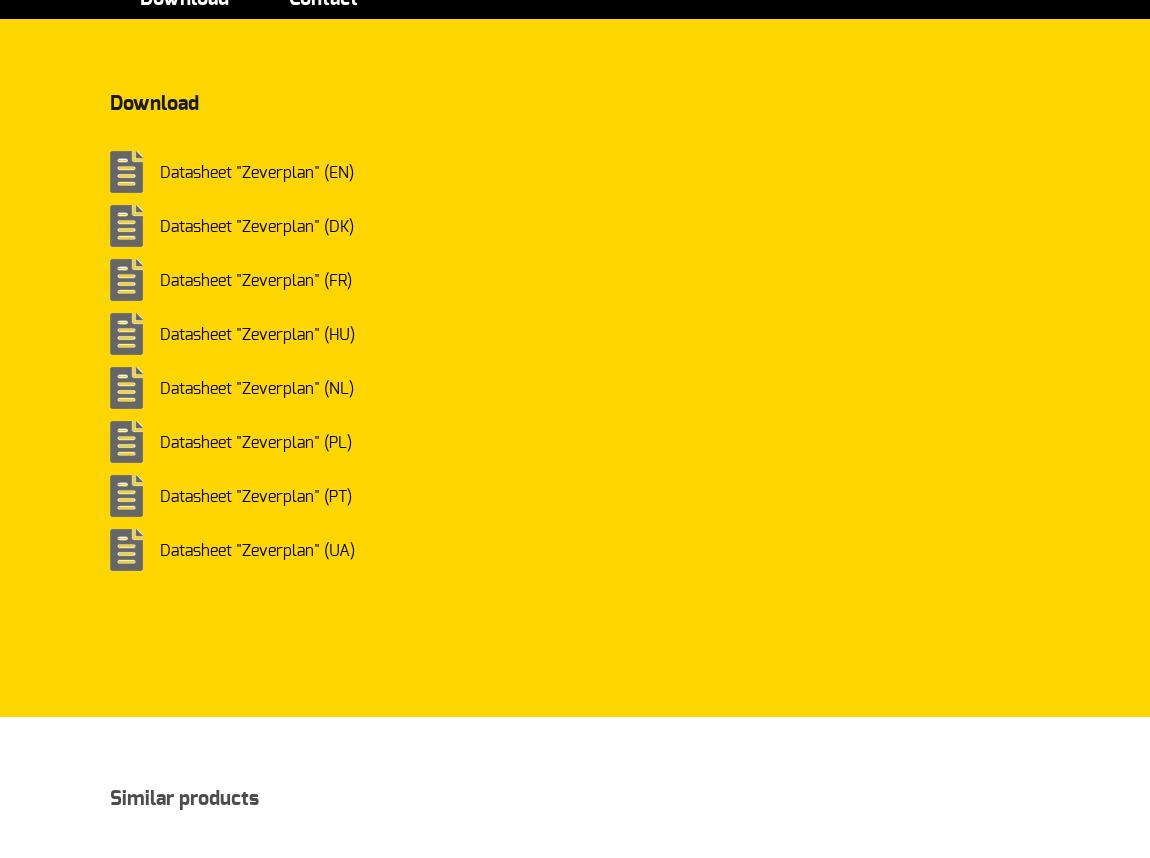  Describe the element at coordinates (153, 103) in the screenshot. I see `'Download'` at that location.